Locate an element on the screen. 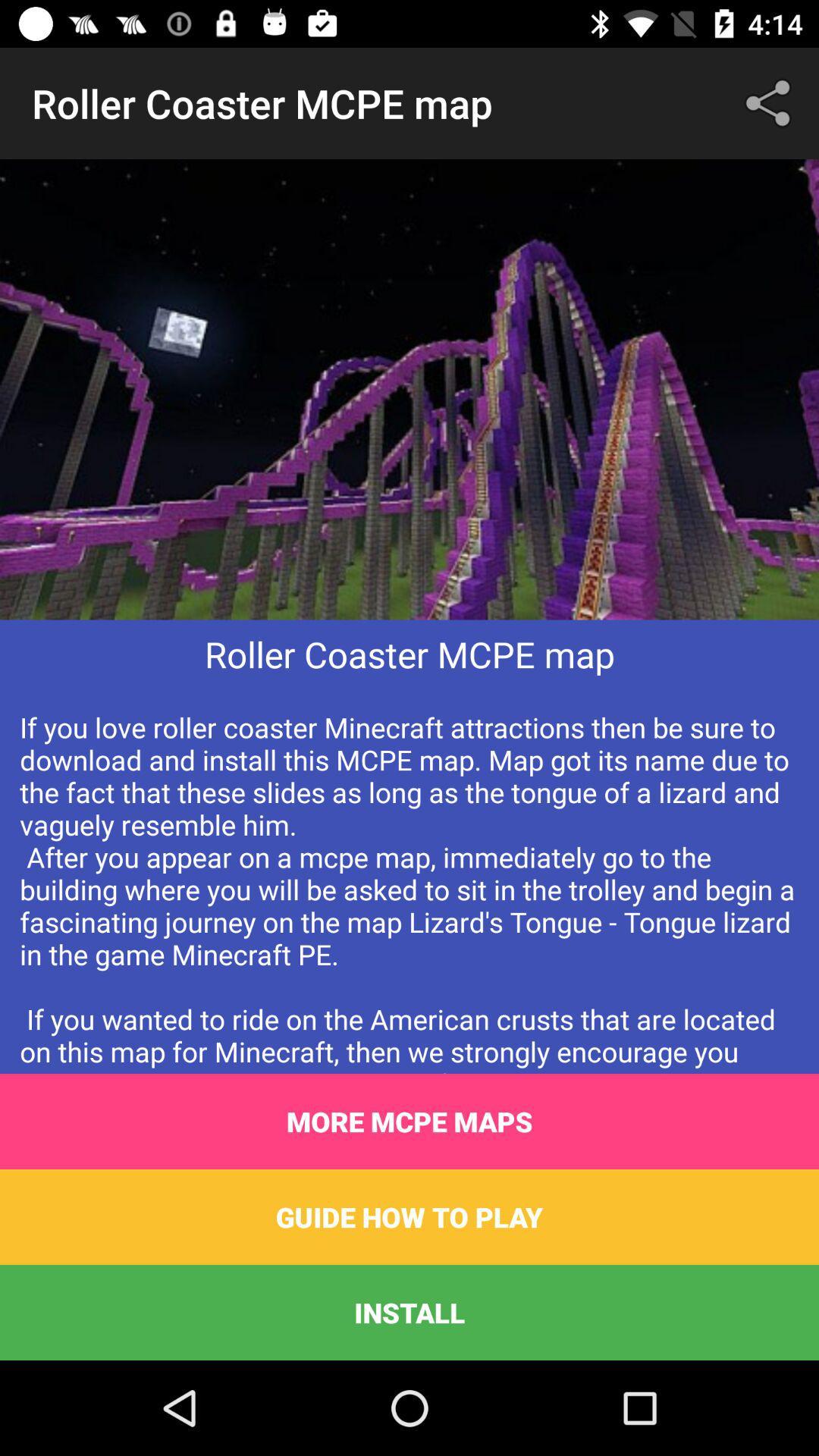 This screenshot has height=1456, width=819. the icon above the install item is located at coordinates (409, 1216).